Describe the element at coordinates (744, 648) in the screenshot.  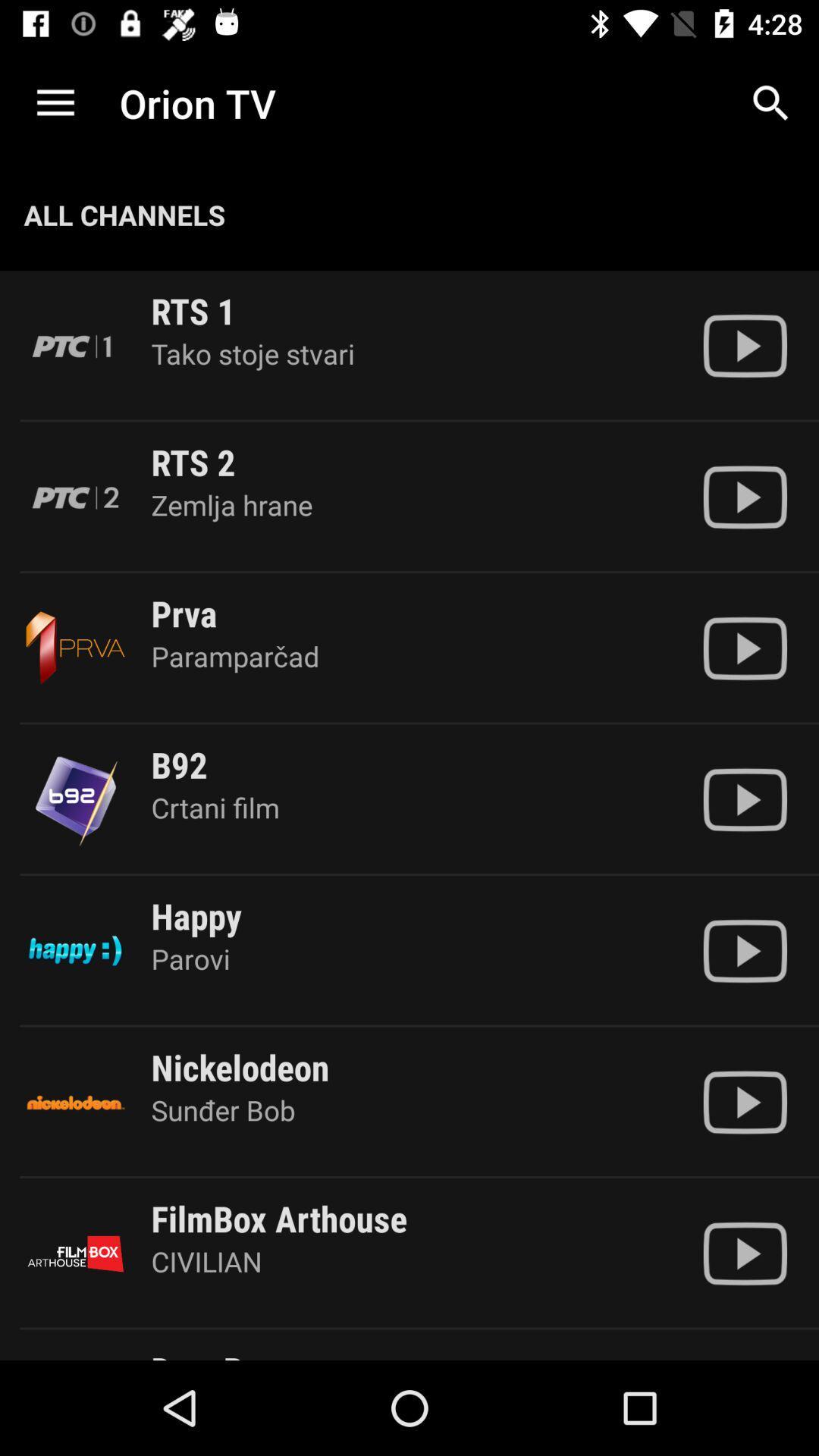
I see `the song` at that location.